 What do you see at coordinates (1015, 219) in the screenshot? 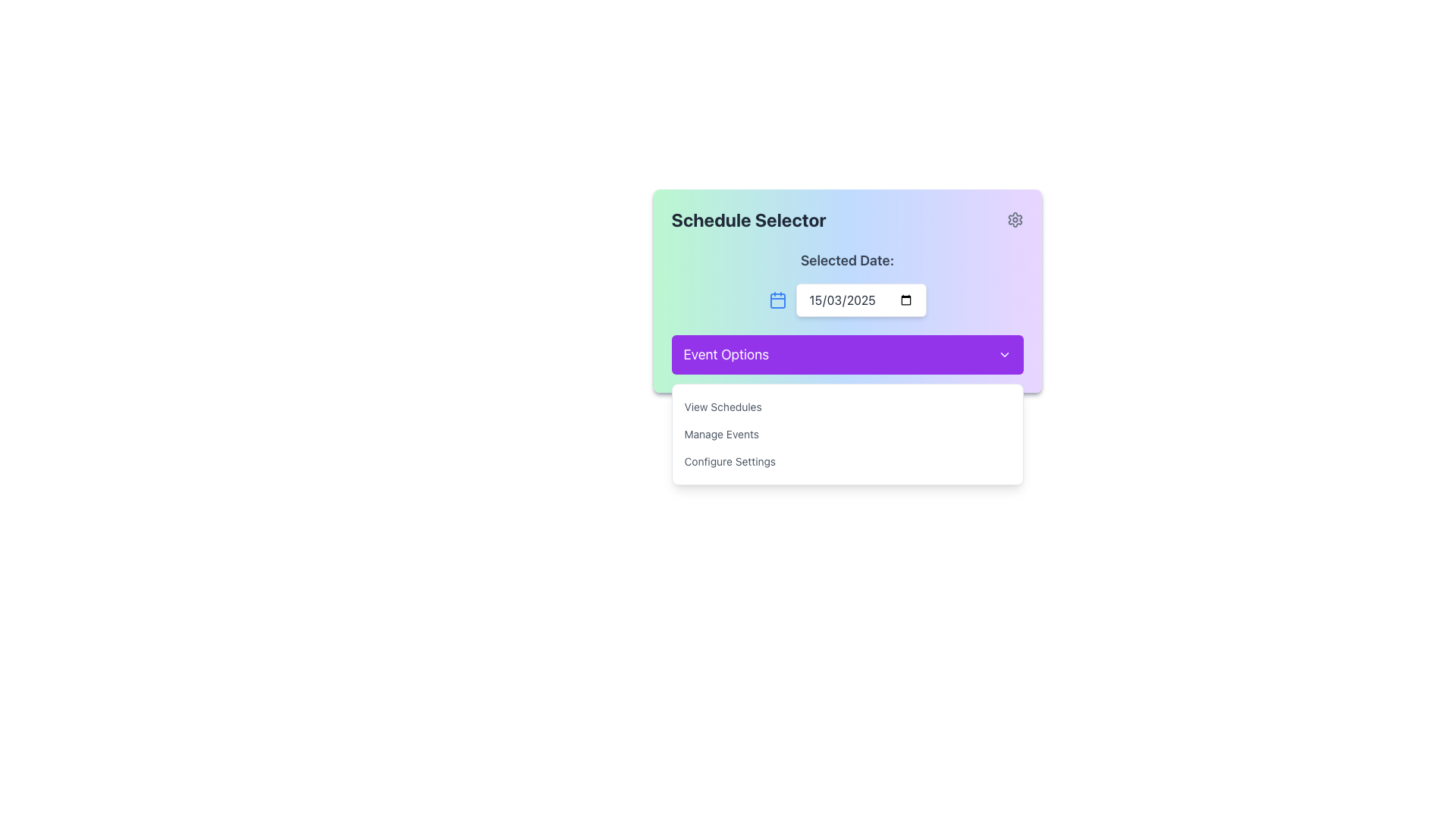
I see `the settings icon button, represented as a gear, located at the top-right corner adjacent to the heading text 'Schedule Selector'` at bounding box center [1015, 219].